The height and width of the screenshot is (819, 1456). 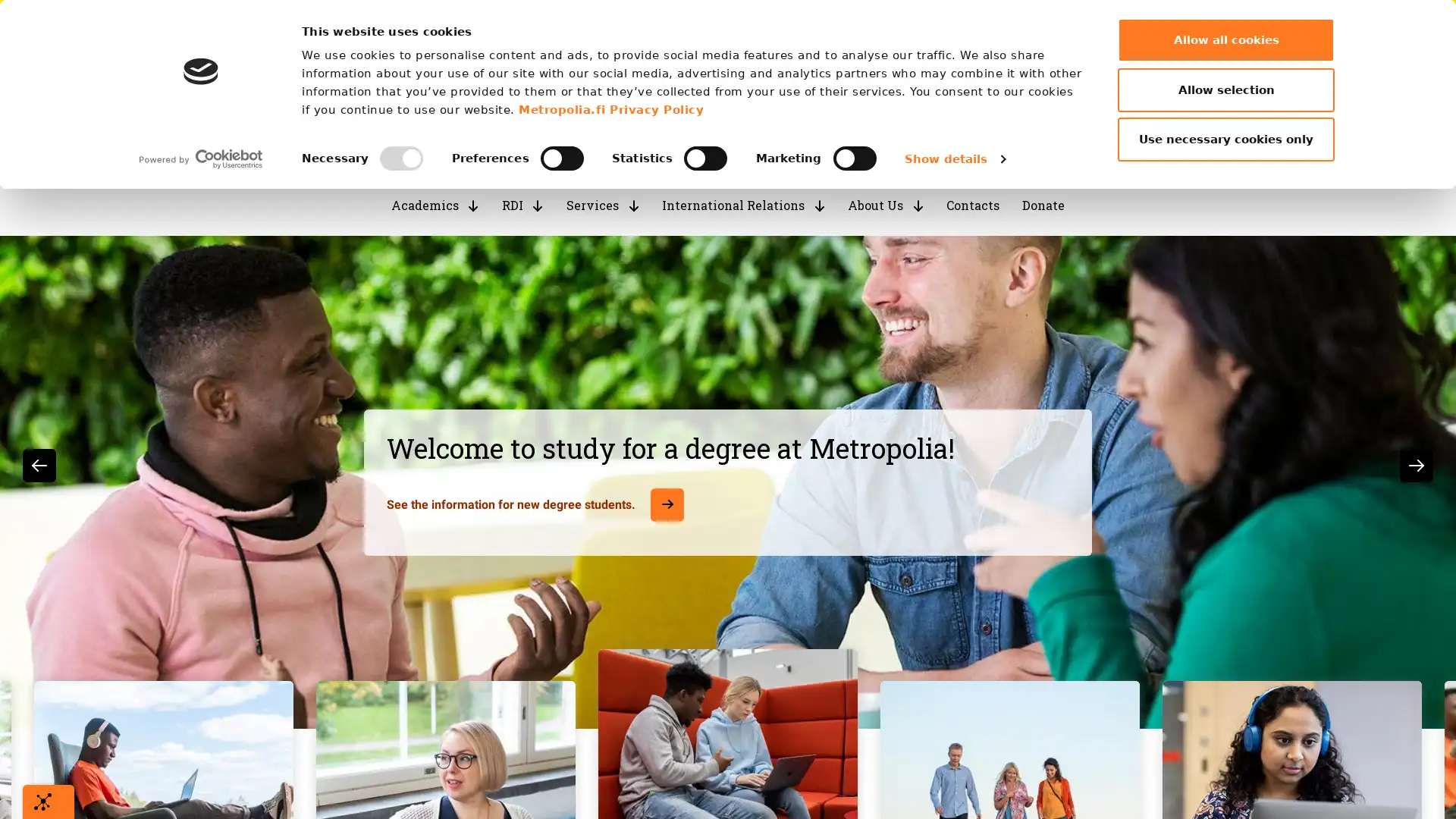 What do you see at coordinates (1415, 464) in the screenshot?
I see `Next` at bounding box center [1415, 464].